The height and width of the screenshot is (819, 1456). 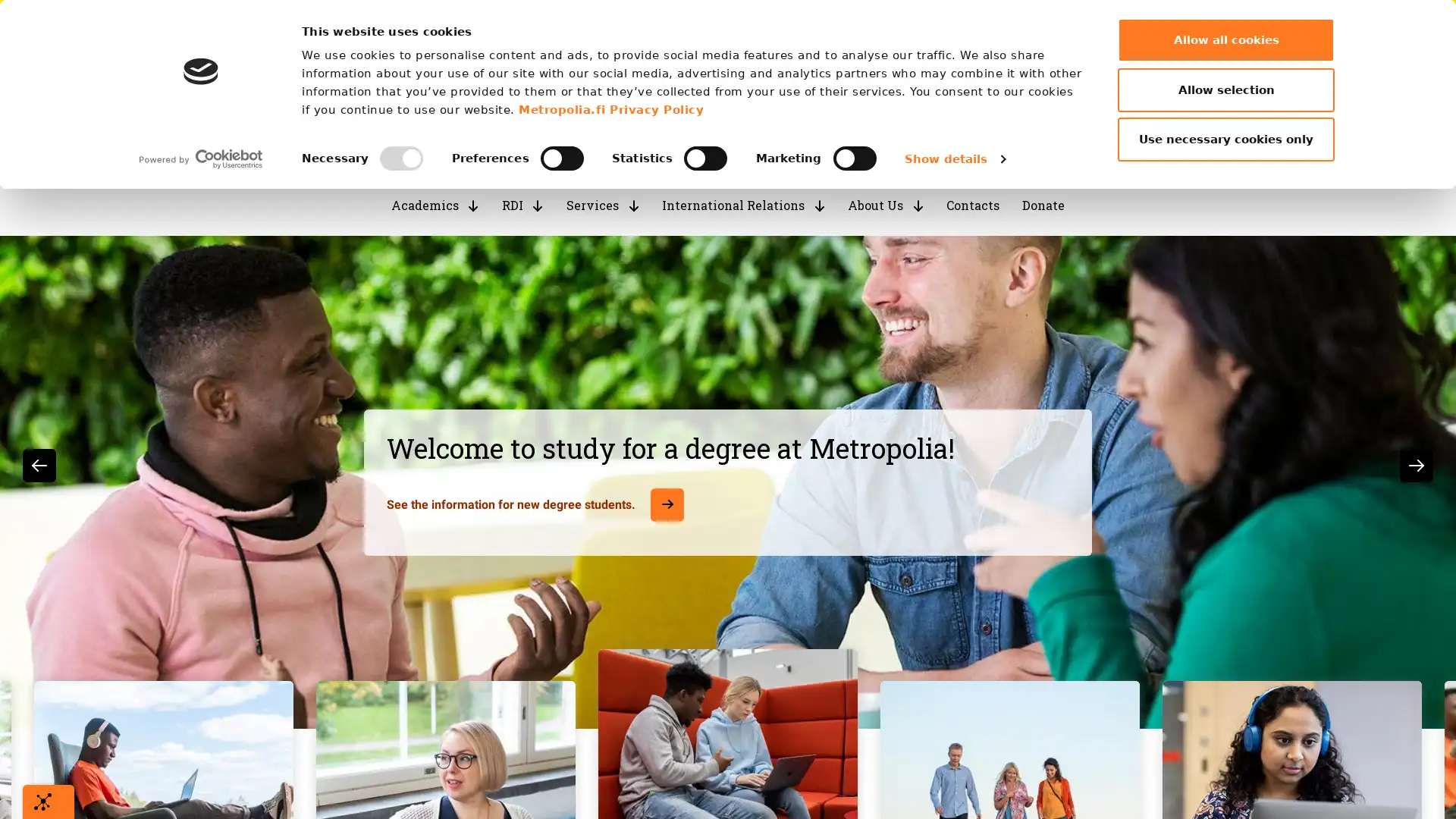 What do you see at coordinates (1415, 464) in the screenshot?
I see `Next` at bounding box center [1415, 464].